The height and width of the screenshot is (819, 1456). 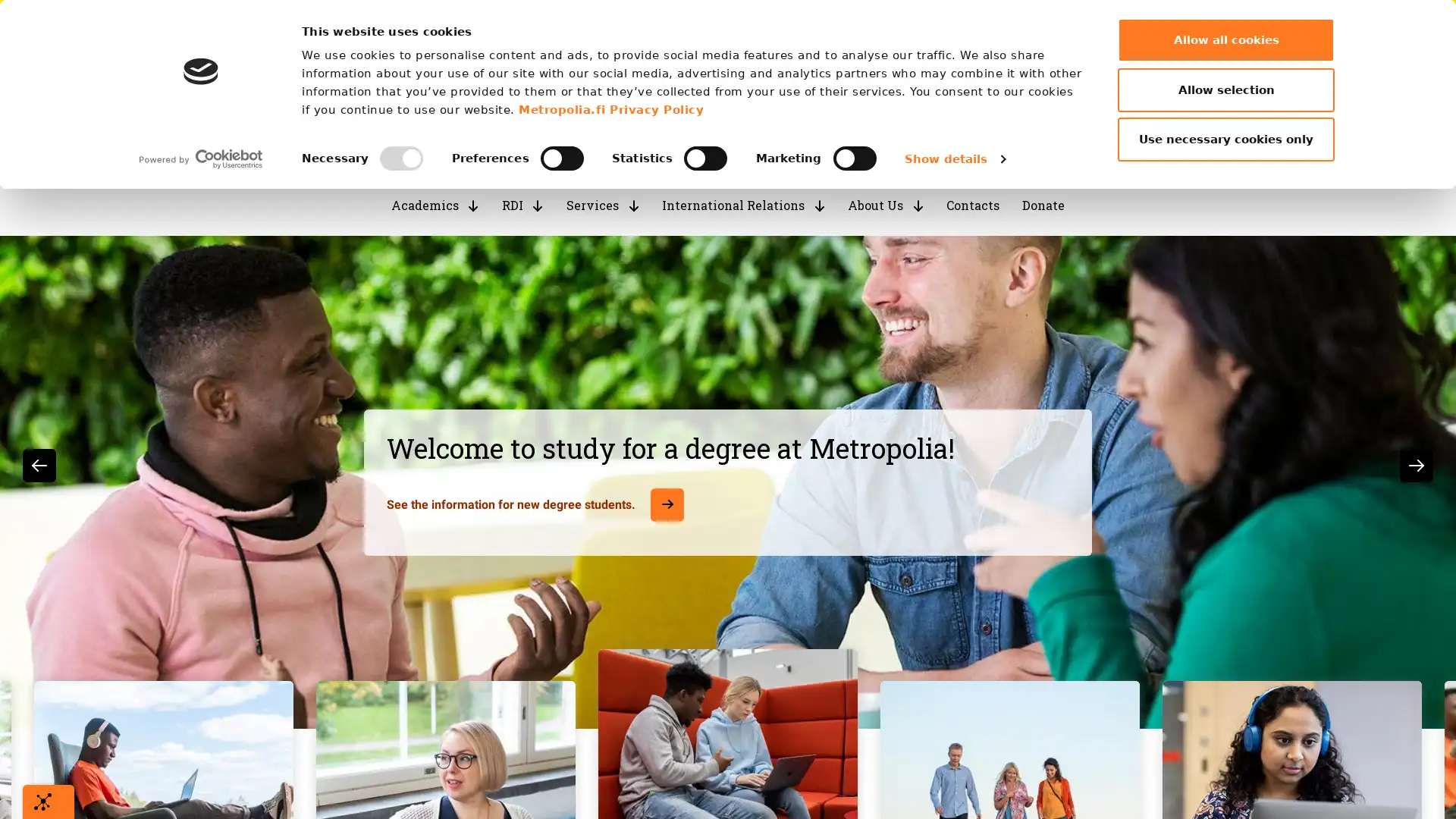 What do you see at coordinates (1415, 464) in the screenshot?
I see `Next` at bounding box center [1415, 464].